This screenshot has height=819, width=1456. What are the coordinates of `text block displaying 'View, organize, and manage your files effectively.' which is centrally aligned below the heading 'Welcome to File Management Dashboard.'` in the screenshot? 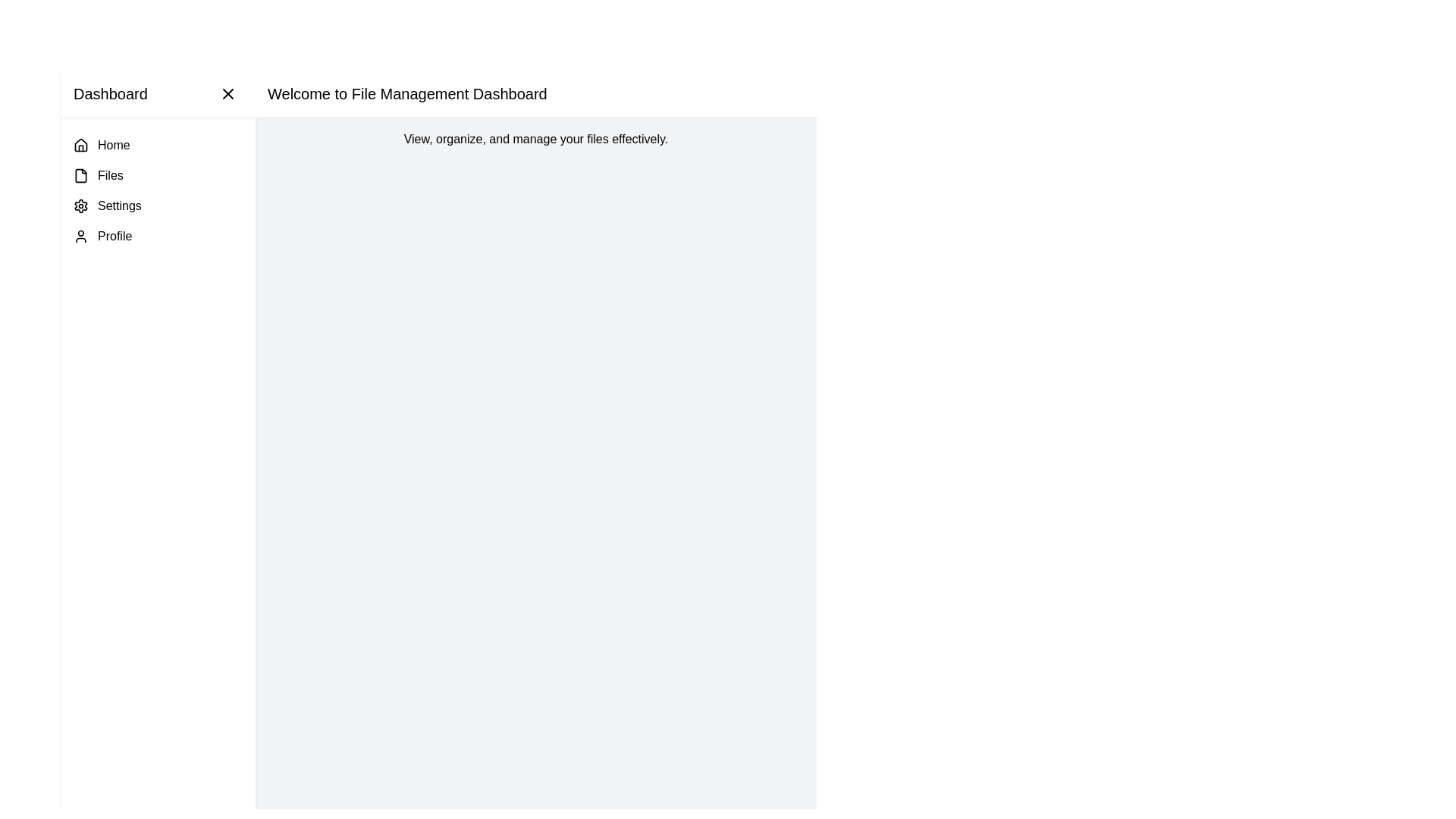 It's located at (535, 140).